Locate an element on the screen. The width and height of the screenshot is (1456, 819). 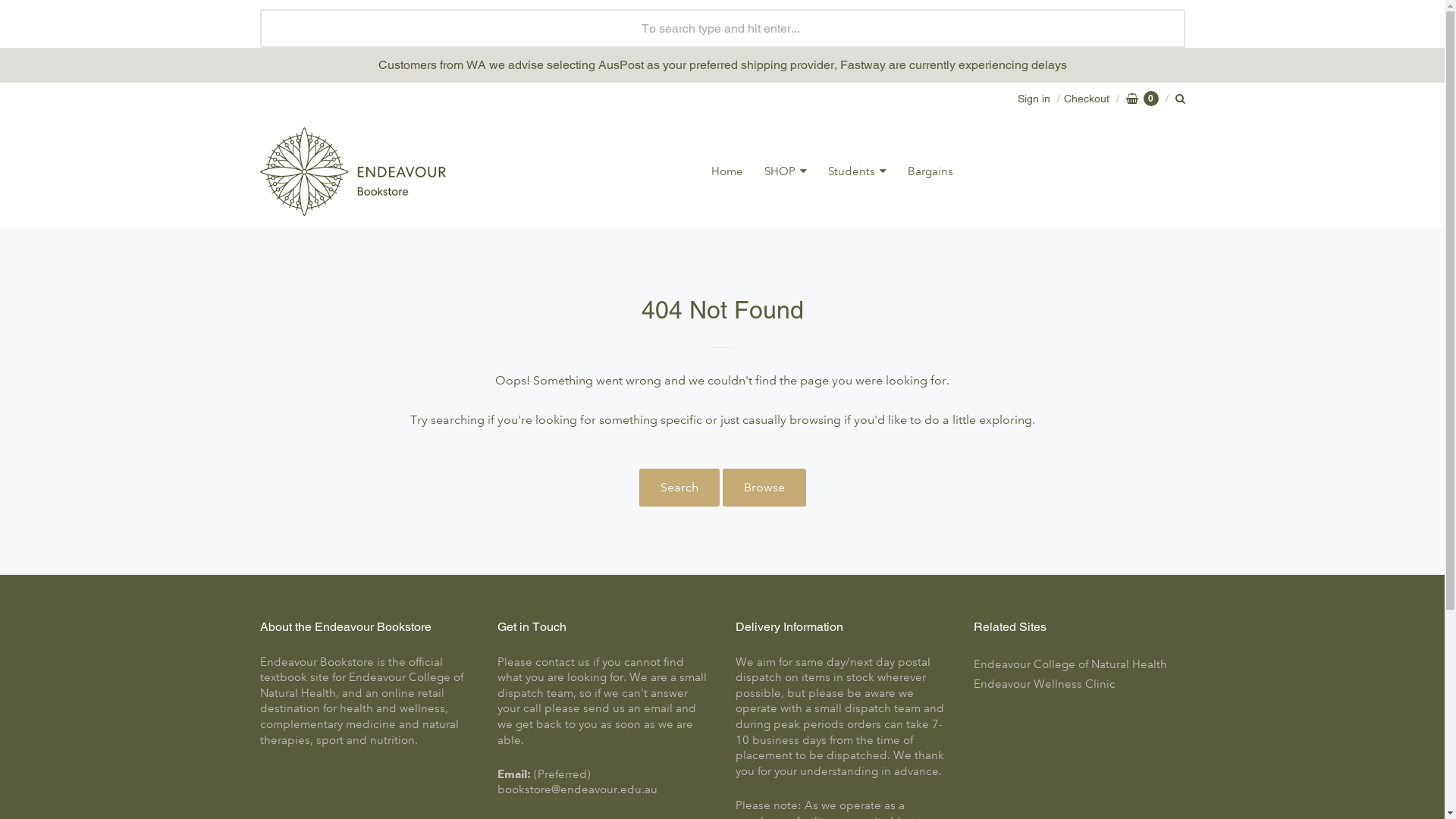
'Browse' is located at coordinates (764, 488).